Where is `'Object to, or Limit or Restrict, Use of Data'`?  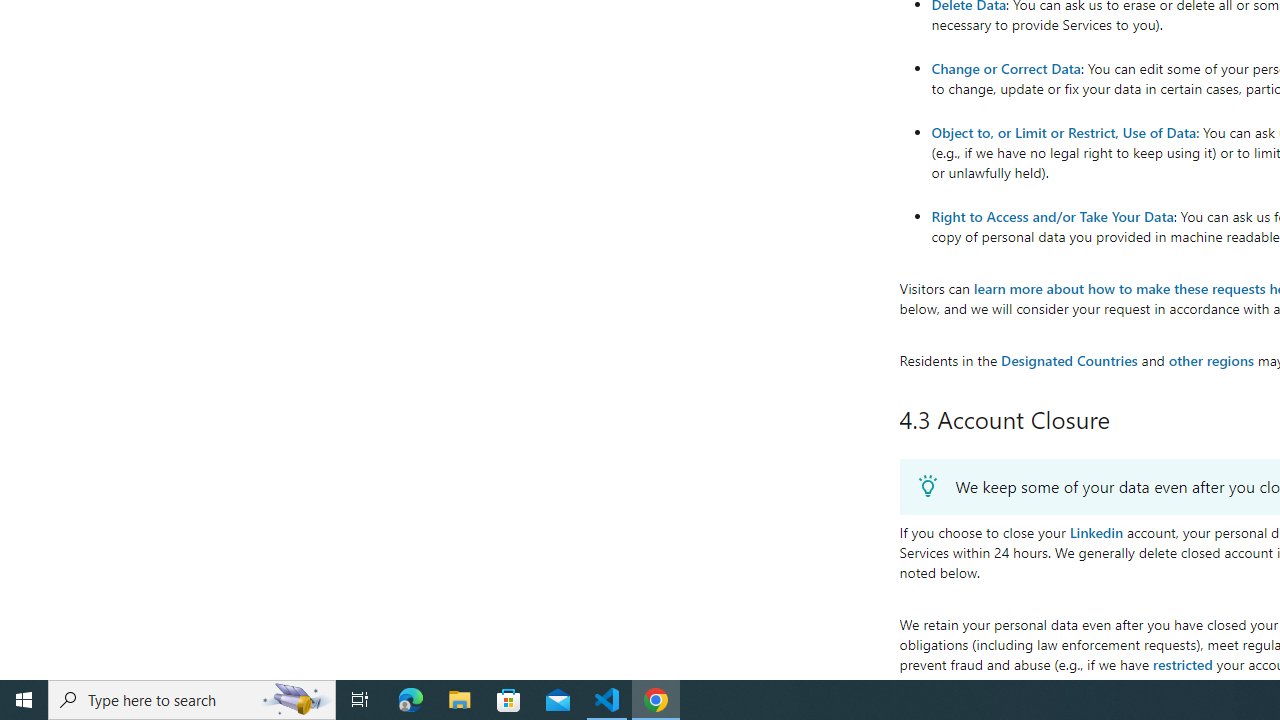 'Object to, or Limit or Restrict, Use of Data' is located at coordinates (1062, 131).